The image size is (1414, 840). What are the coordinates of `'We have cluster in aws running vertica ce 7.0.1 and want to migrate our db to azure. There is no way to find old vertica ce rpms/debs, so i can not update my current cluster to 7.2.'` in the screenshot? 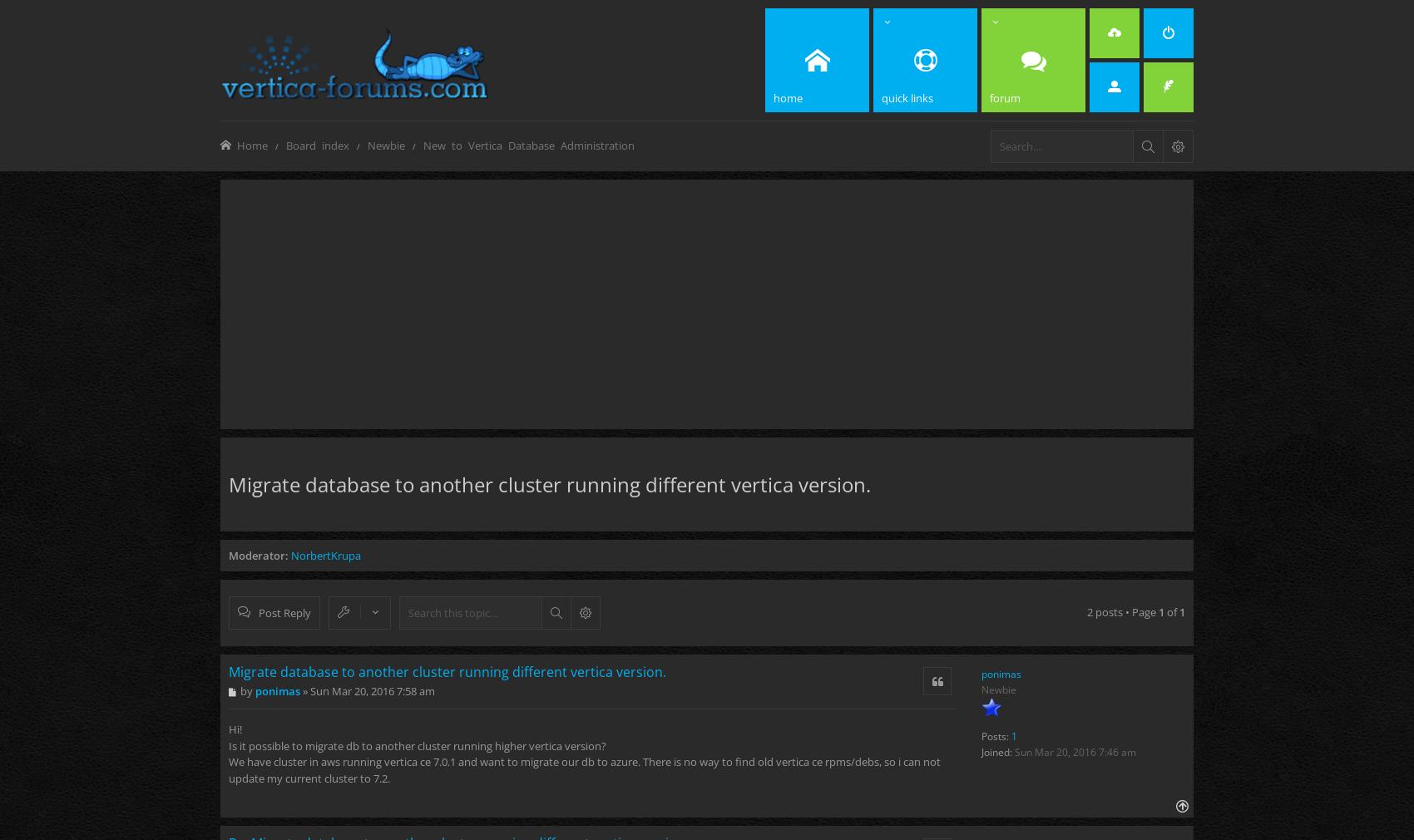 It's located at (584, 769).